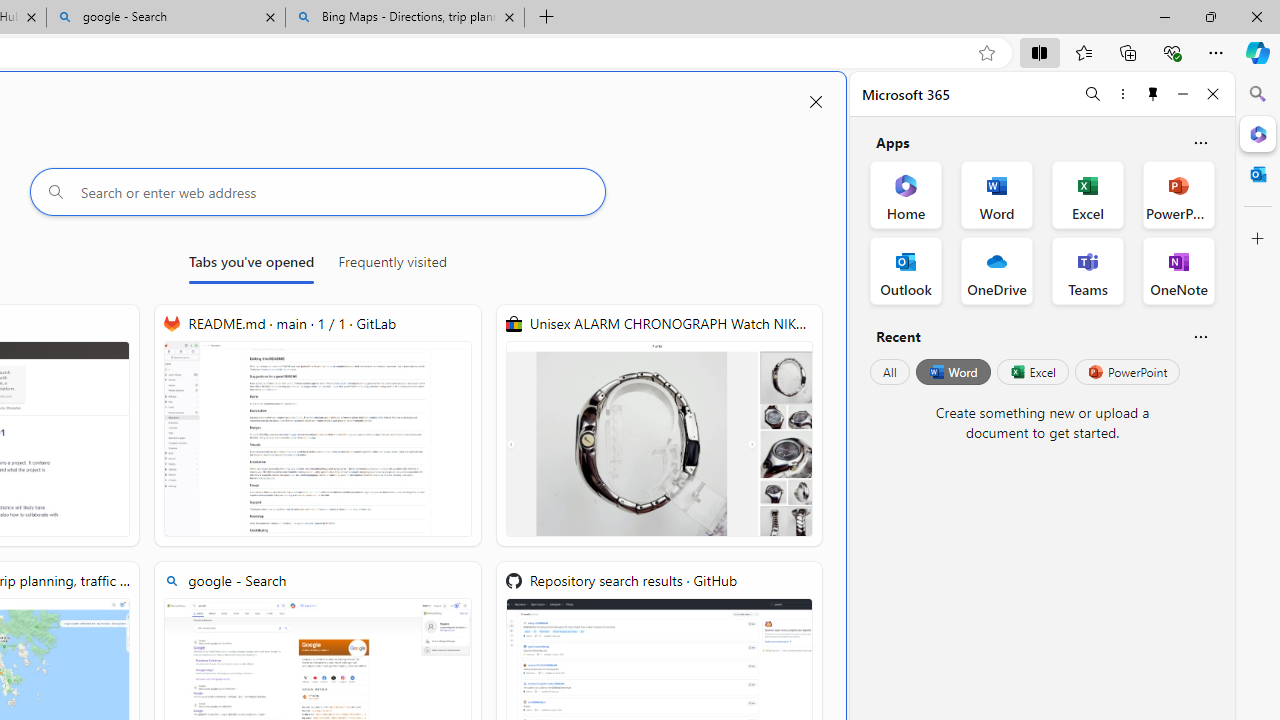  Describe the element at coordinates (1200, 335) in the screenshot. I see `'Is this helpful?'` at that location.